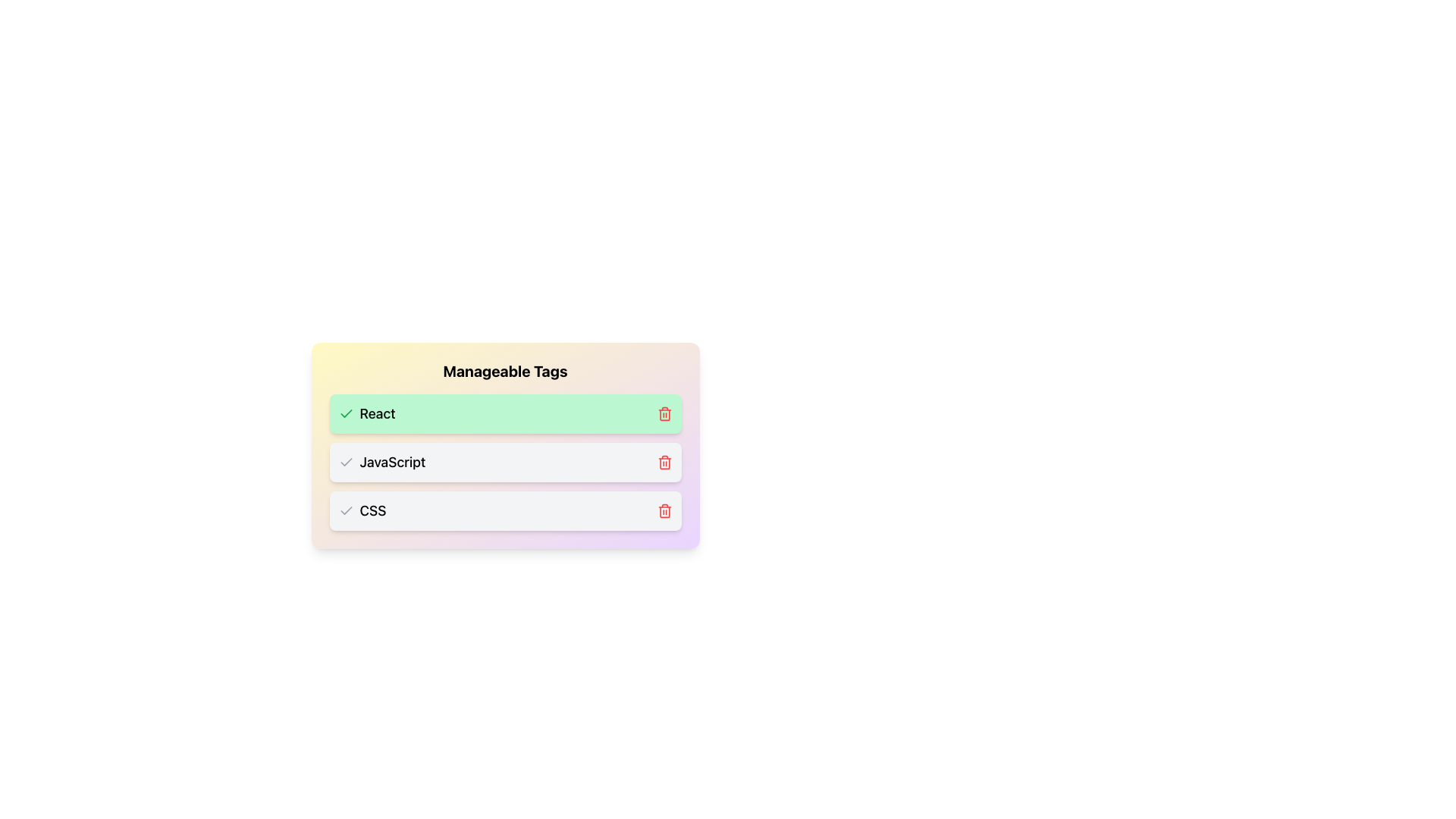 This screenshot has height=819, width=1456. I want to click on the 'JavaScript' selectable item, which is the second item in a vertically stacked list with a gray background and rounded edges, so click(505, 461).